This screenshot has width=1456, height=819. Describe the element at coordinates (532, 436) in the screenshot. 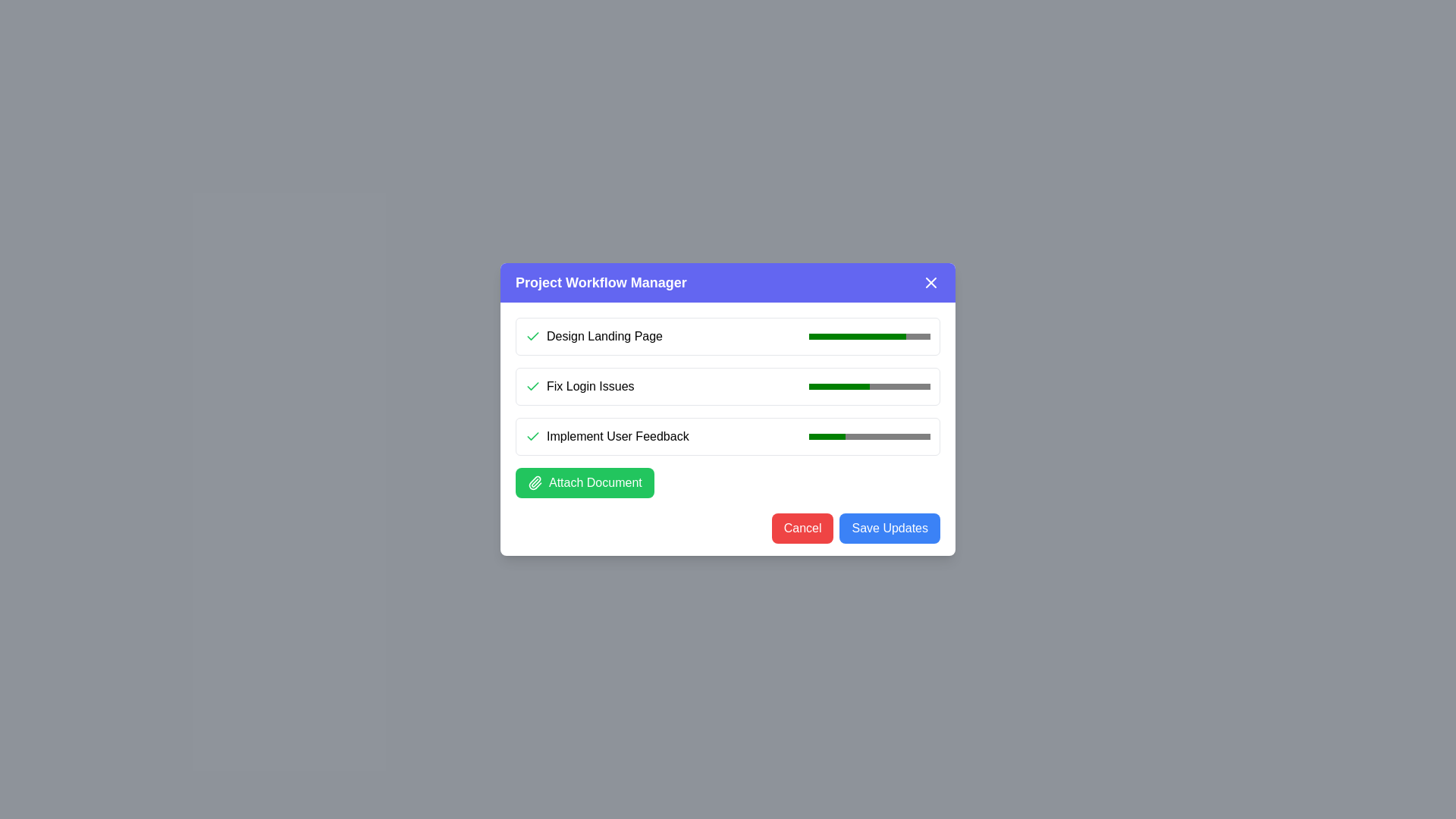

I see `the green checkmark icon indicating a completed state, which is located to the left of the text 'Implement User Feedback' in the third checklist item` at that location.